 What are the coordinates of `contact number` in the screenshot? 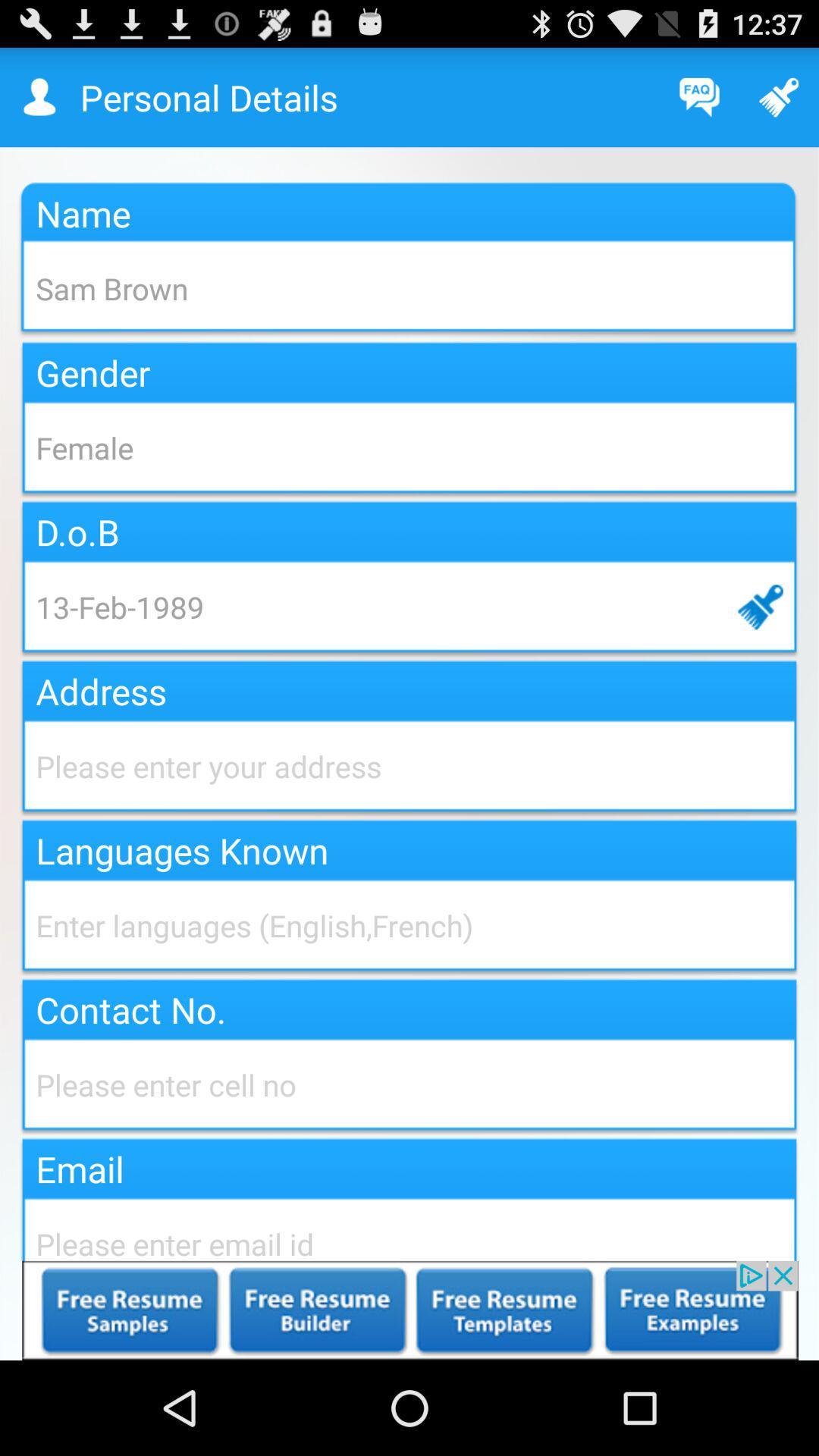 It's located at (409, 1084).